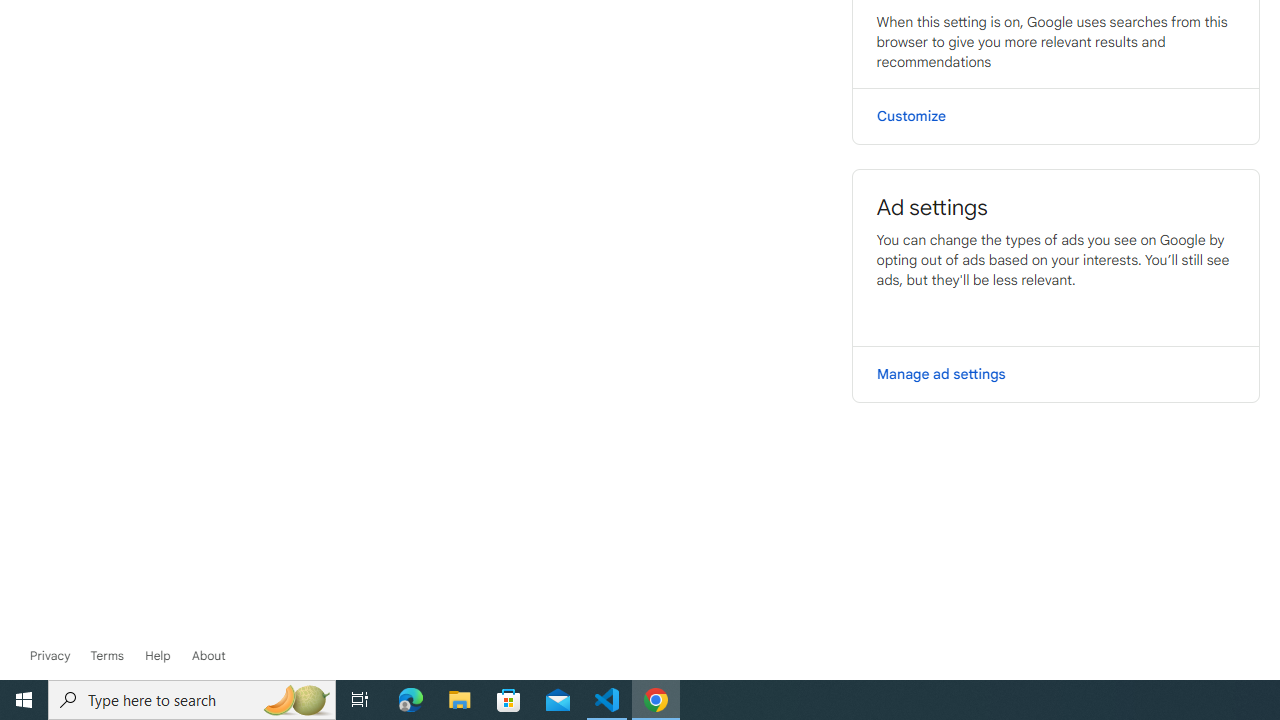 This screenshot has width=1280, height=720. I want to click on 'Learn more about Google Account', so click(208, 655).